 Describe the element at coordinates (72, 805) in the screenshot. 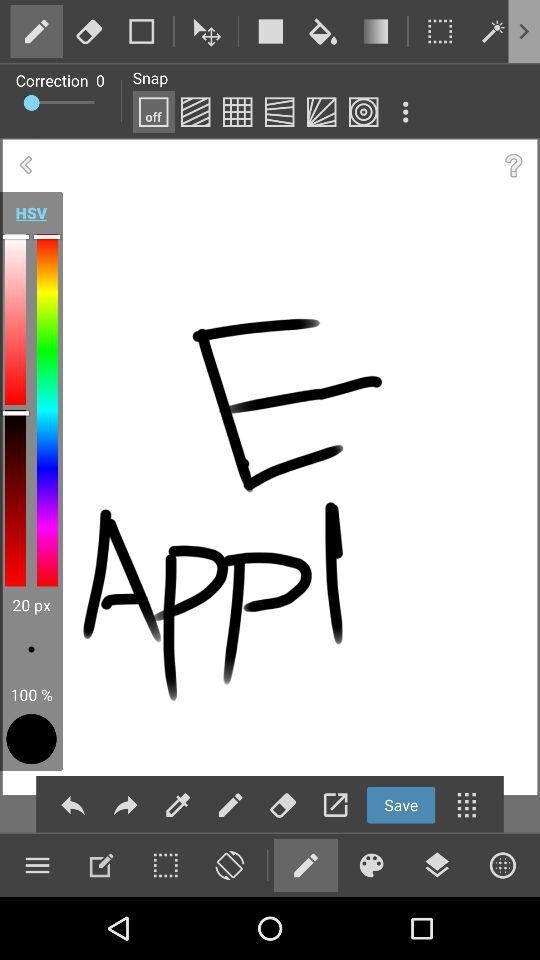

I see `back ward` at that location.